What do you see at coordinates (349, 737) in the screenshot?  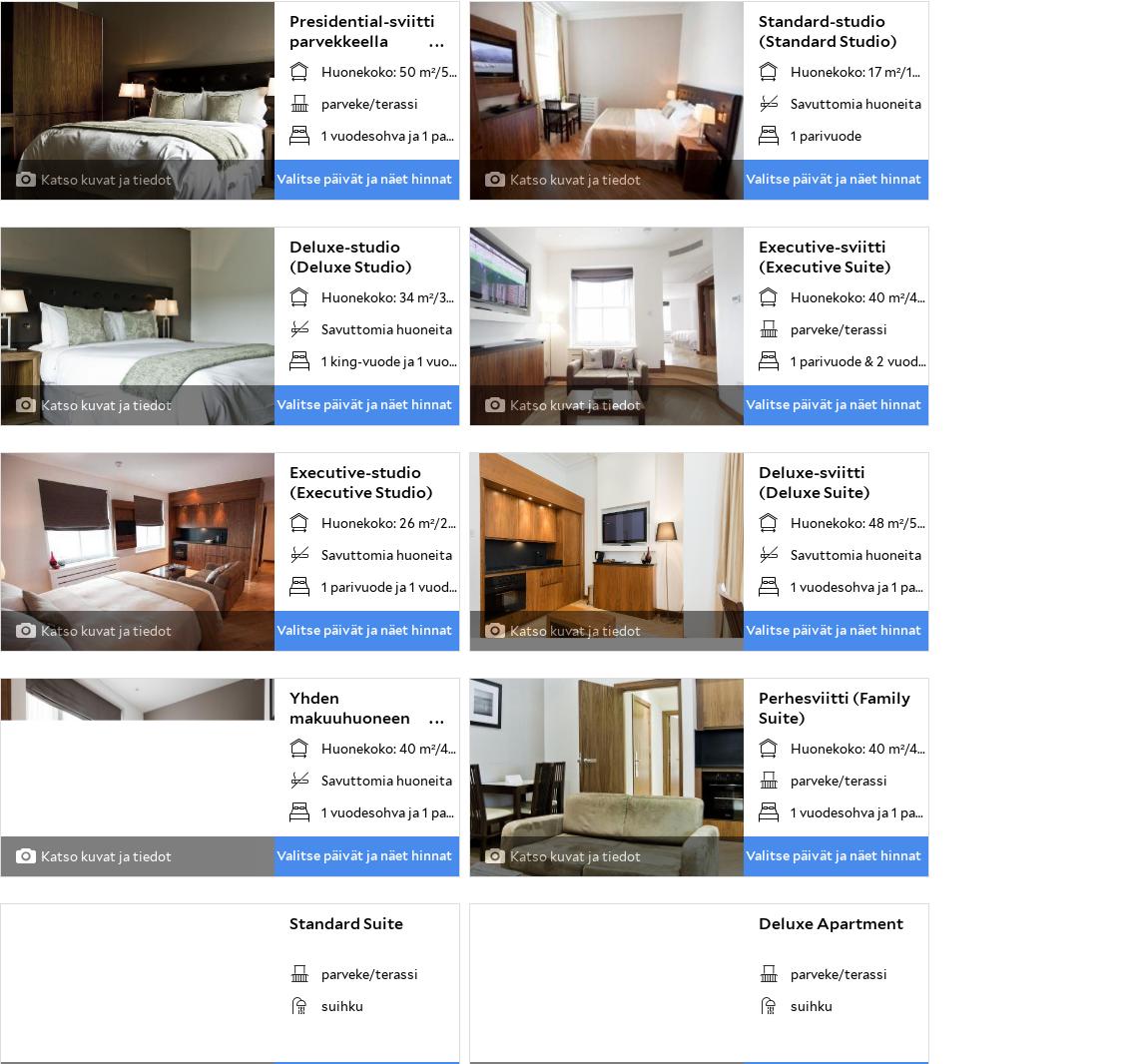 I see `'Yhden makuuhuoneen huoneisto (One Bedroom Apartment)'` at bounding box center [349, 737].